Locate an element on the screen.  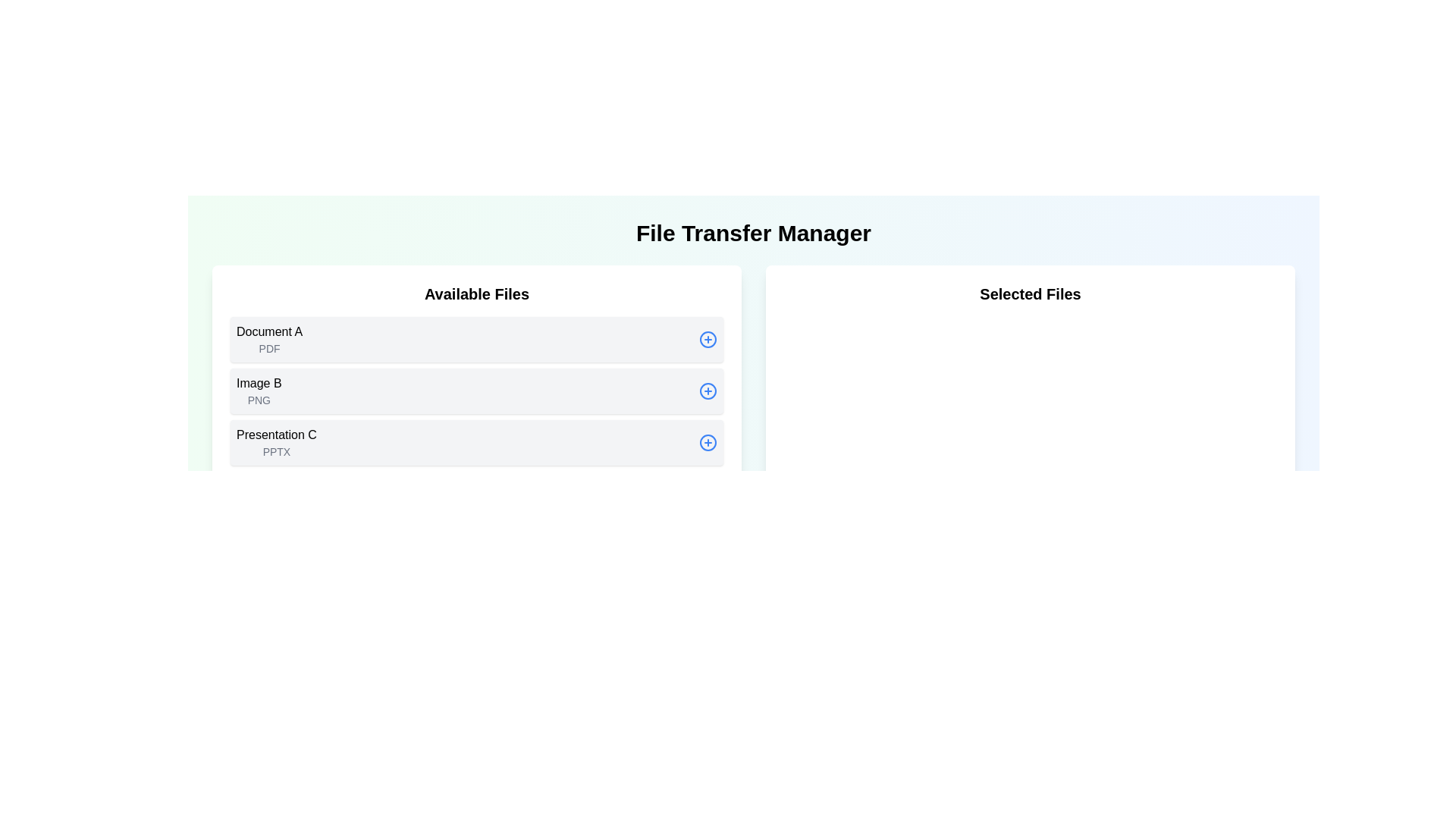
the List Box that represents and lists available files under the 'Available Files' section is located at coordinates (475, 376).